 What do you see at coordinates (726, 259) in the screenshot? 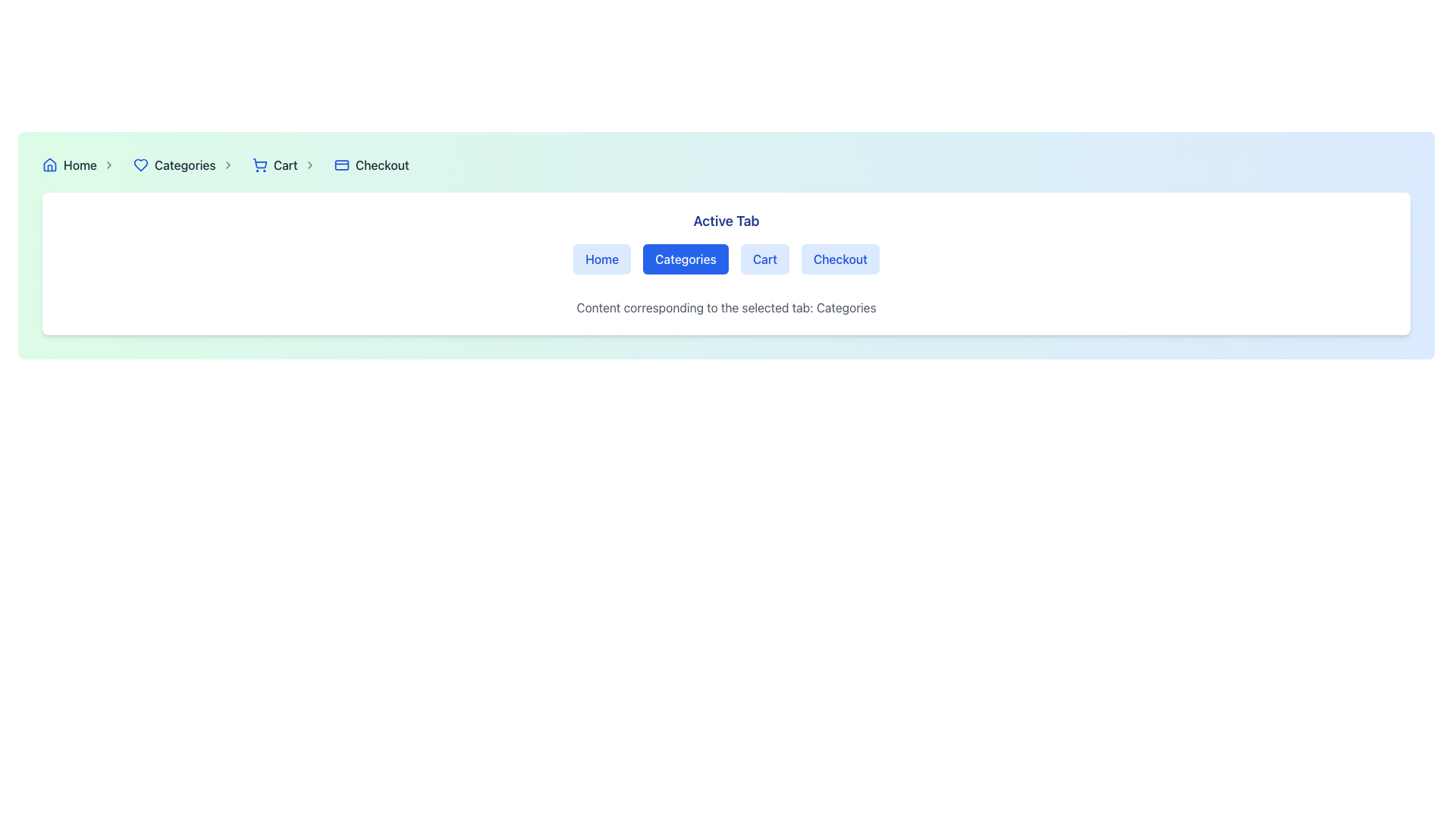
I see `the 'Categories' tab in the navigation bar` at bounding box center [726, 259].